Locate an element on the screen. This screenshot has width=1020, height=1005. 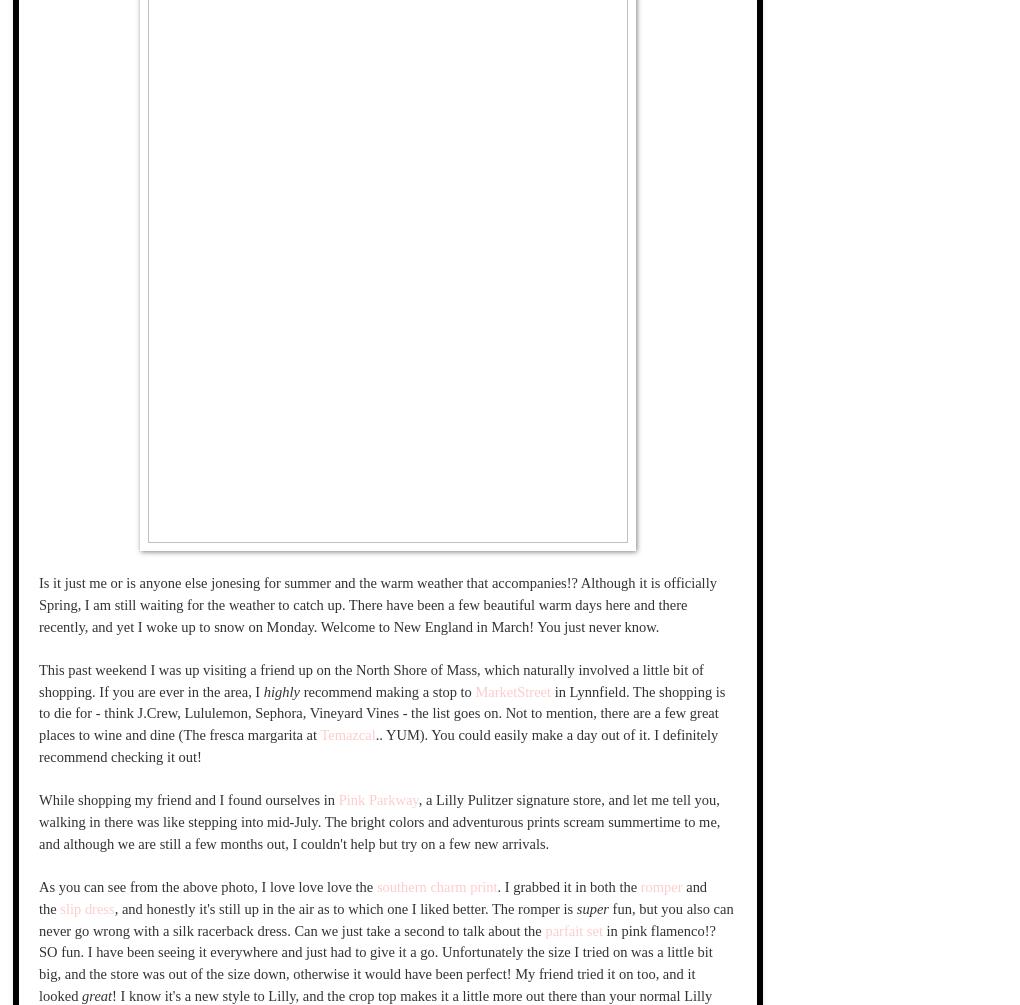
'highly' is located at coordinates (280, 691).